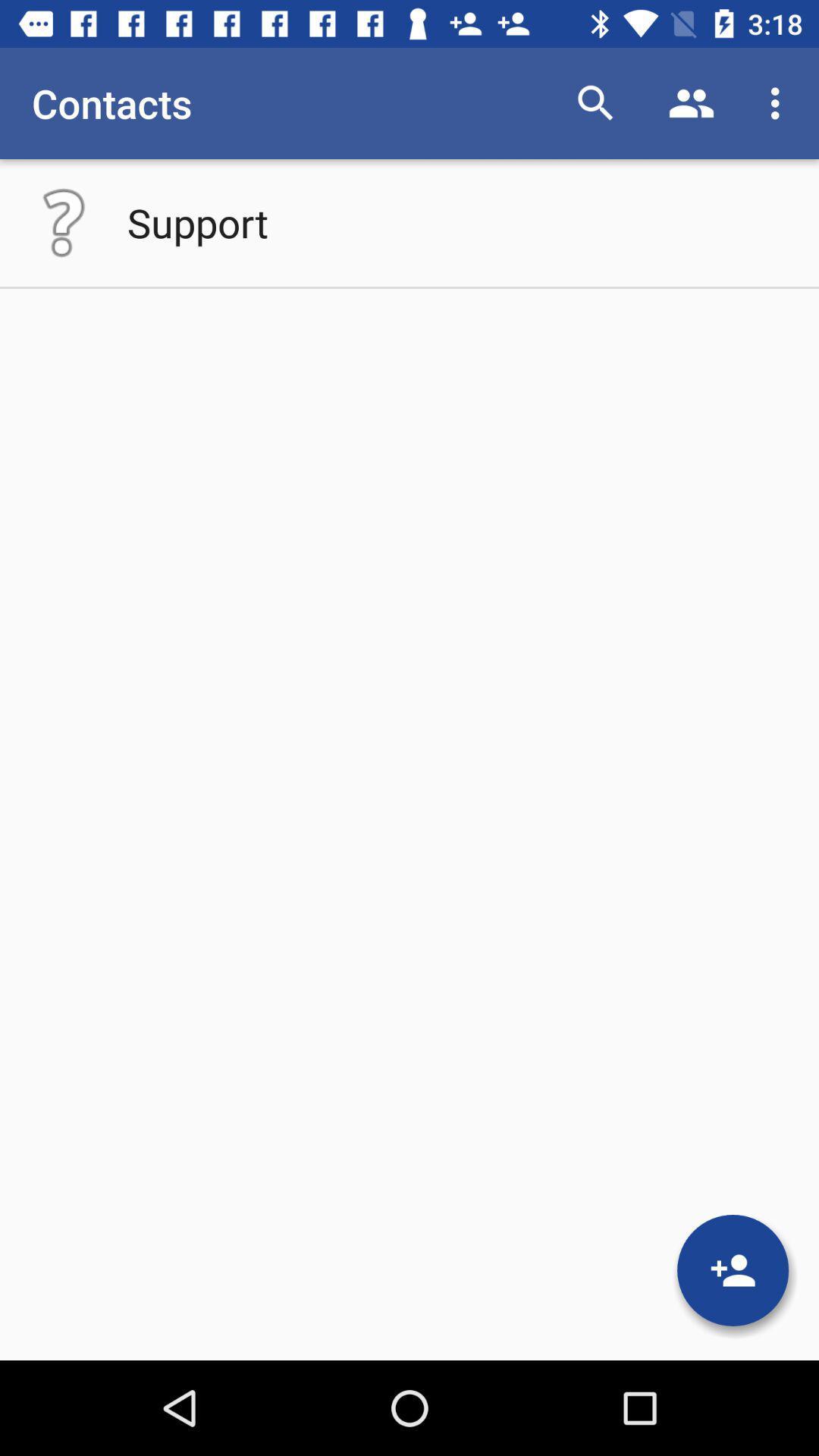  What do you see at coordinates (63, 221) in the screenshot?
I see `open help menu` at bounding box center [63, 221].